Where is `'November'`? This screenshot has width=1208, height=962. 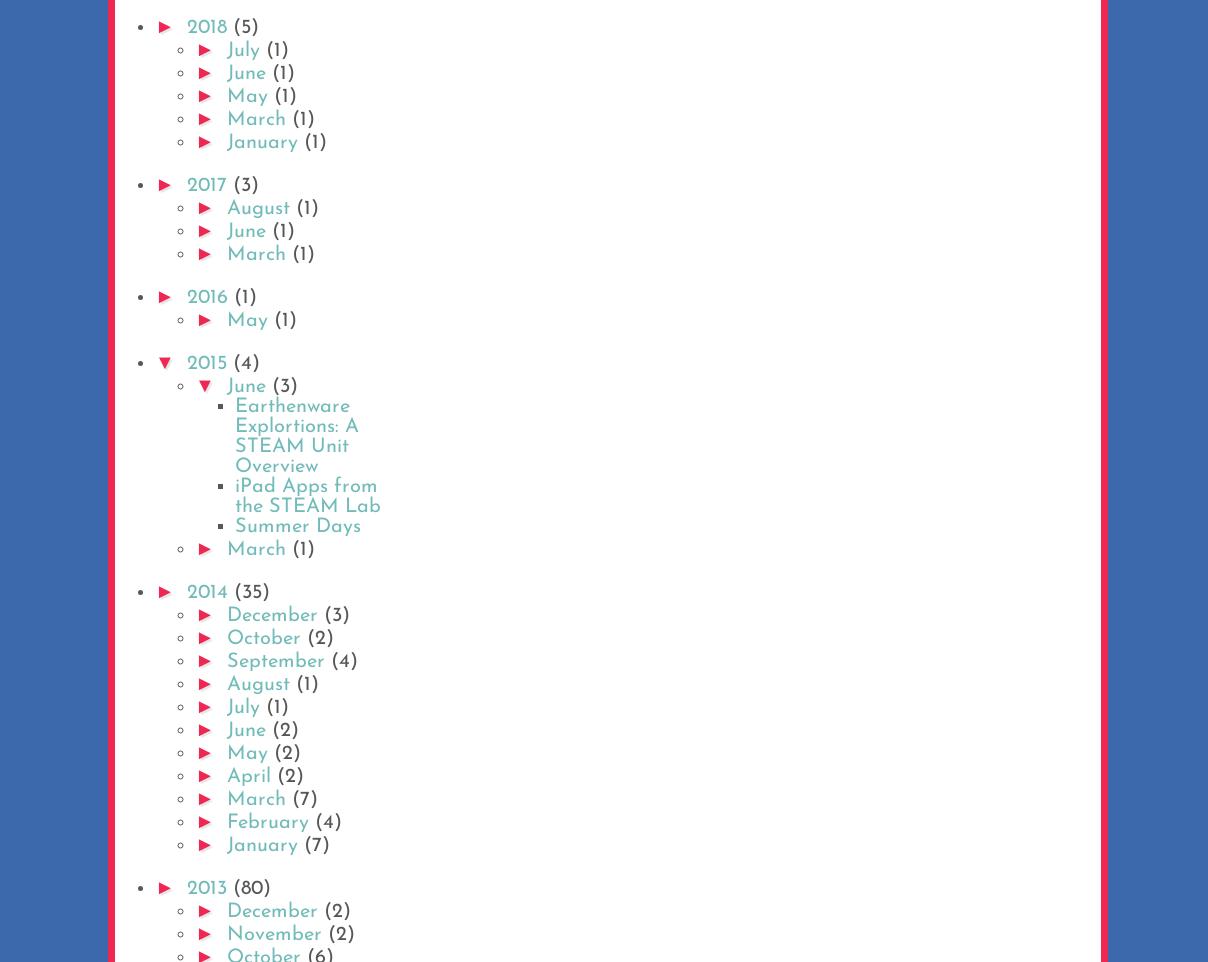
'November' is located at coordinates (276, 934).